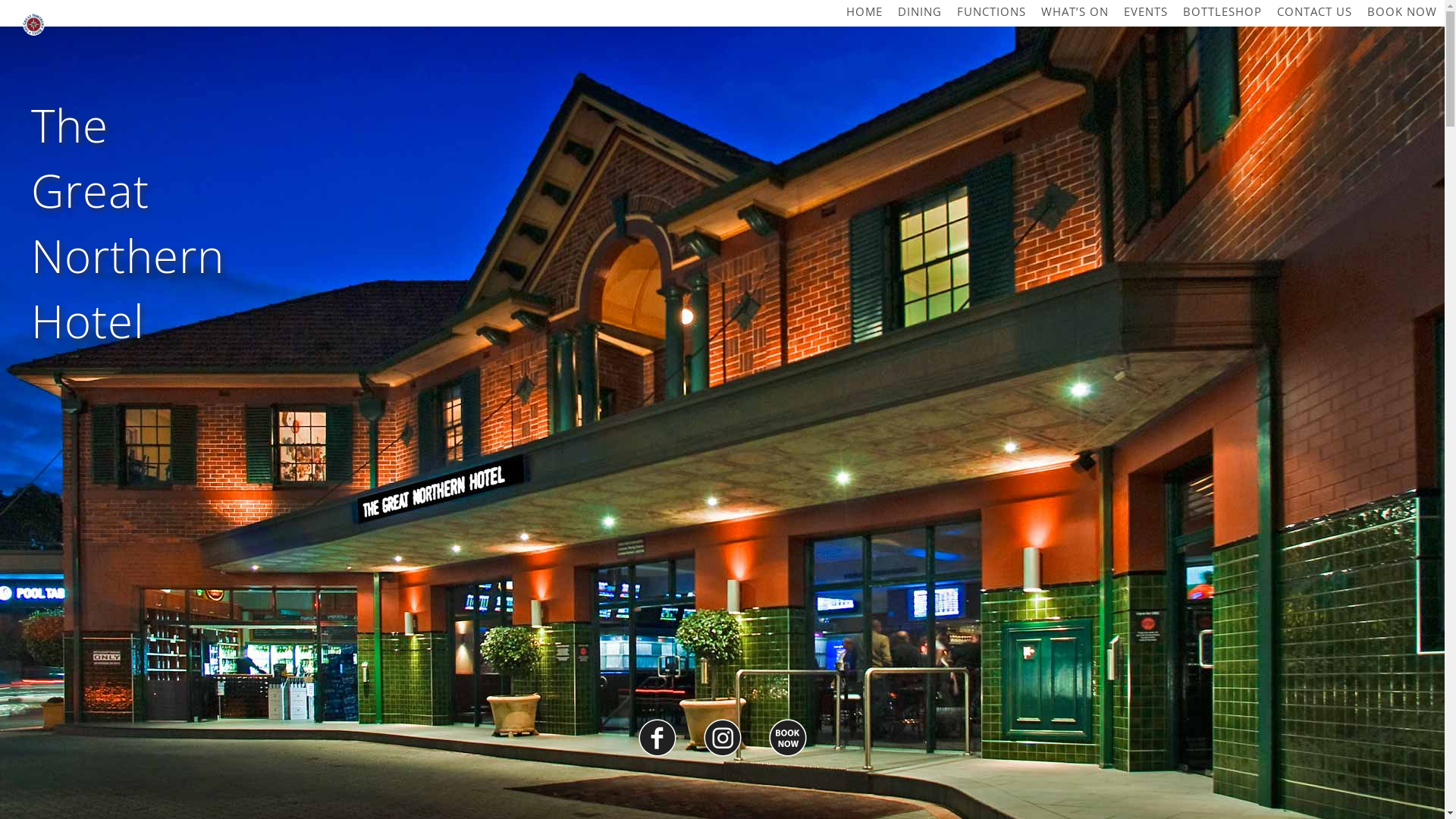 This screenshot has width=1456, height=819. I want to click on 'BOTTLESHOP', so click(1222, 11).